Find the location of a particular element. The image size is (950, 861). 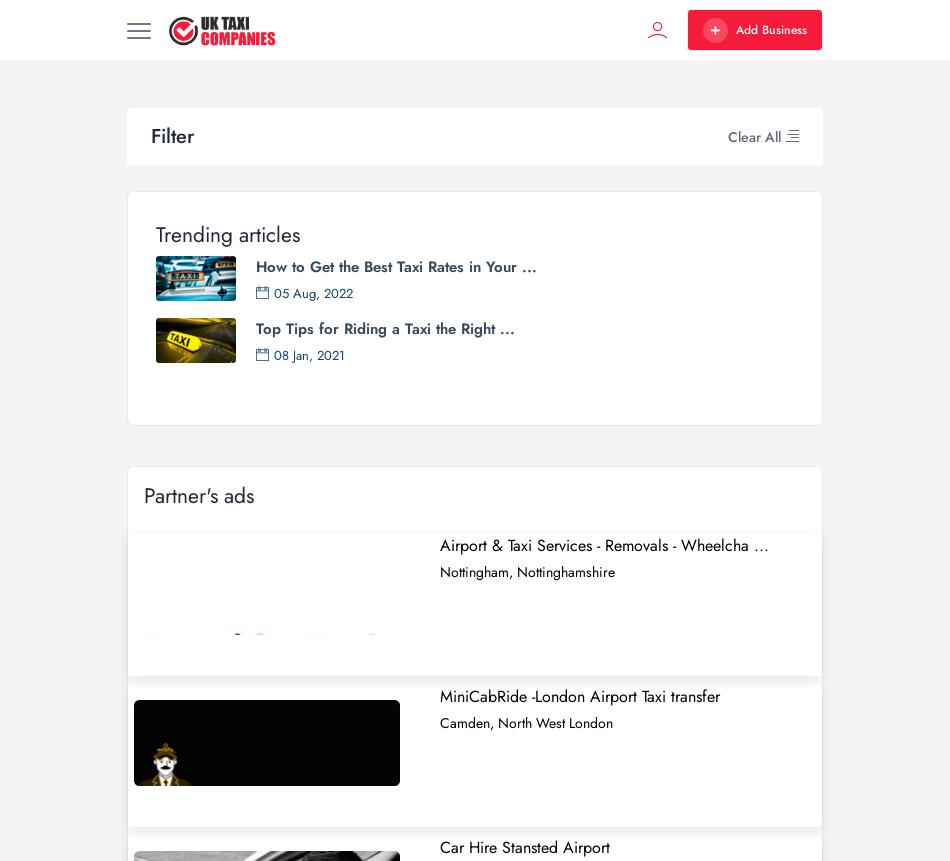

'SA61 2UB' is located at coordinates (642, 88).